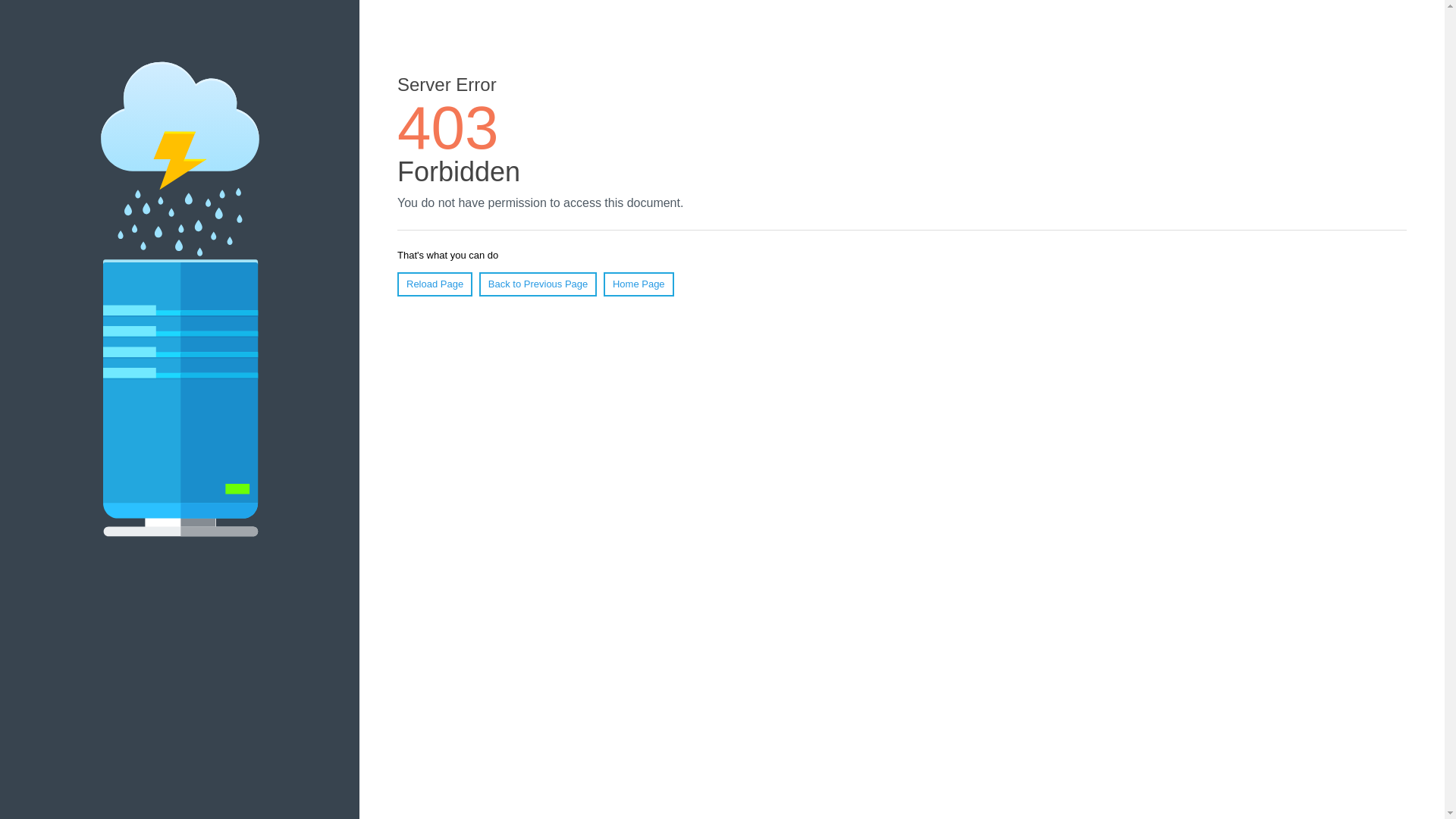  Describe the element at coordinates (639, 284) in the screenshot. I see `'Home Page'` at that location.